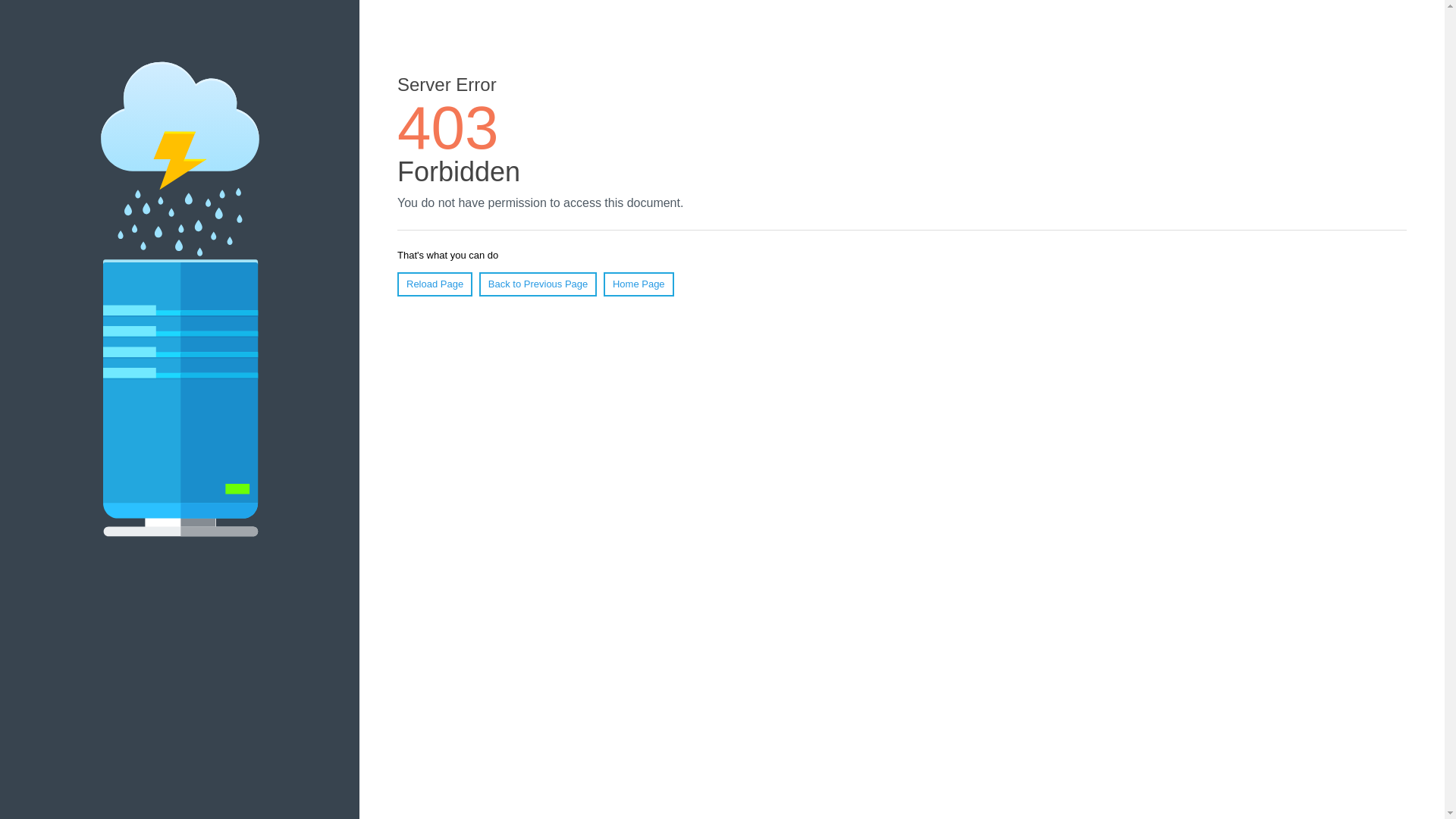  Describe the element at coordinates (639, 284) in the screenshot. I see `'Home Page'` at that location.